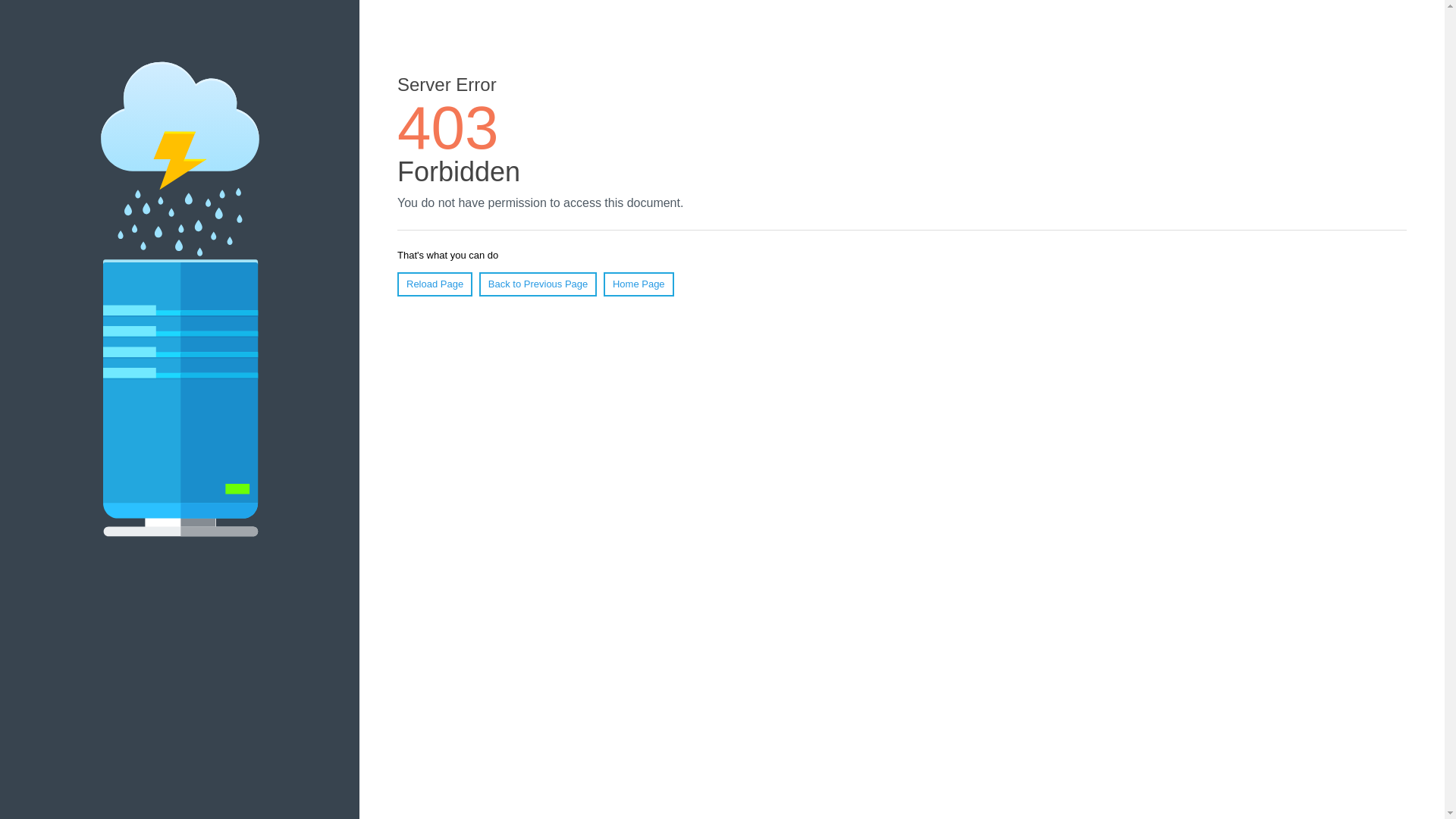  Describe the element at coordinates (639, 284) in the screenshot. I see `'Home Page'` at that location.